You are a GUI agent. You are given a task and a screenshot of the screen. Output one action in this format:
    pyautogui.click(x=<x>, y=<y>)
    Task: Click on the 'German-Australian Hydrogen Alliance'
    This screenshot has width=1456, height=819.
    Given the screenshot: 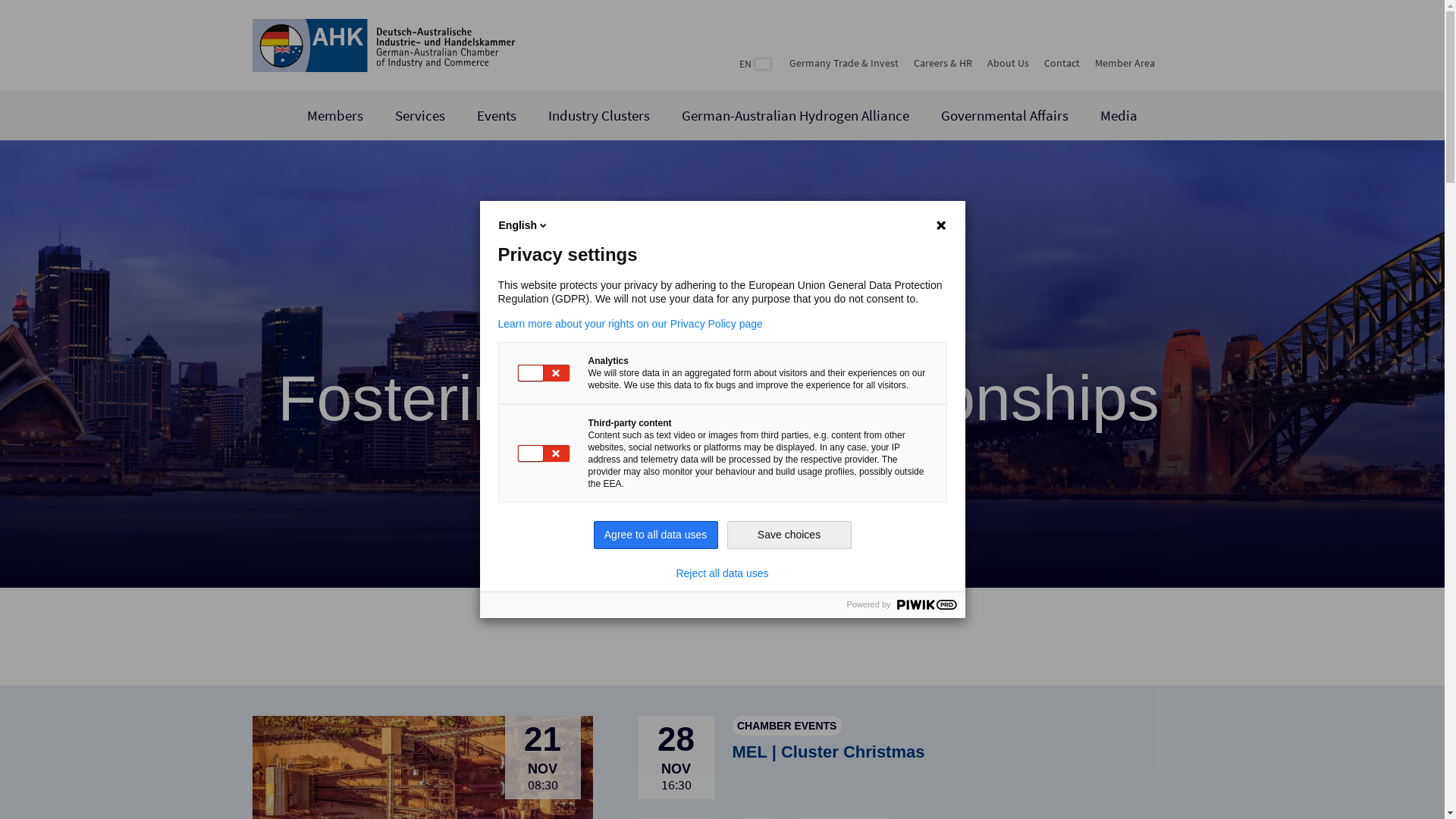 What is the action you would take?
    pyautogui.click(x=795, y=115)
    